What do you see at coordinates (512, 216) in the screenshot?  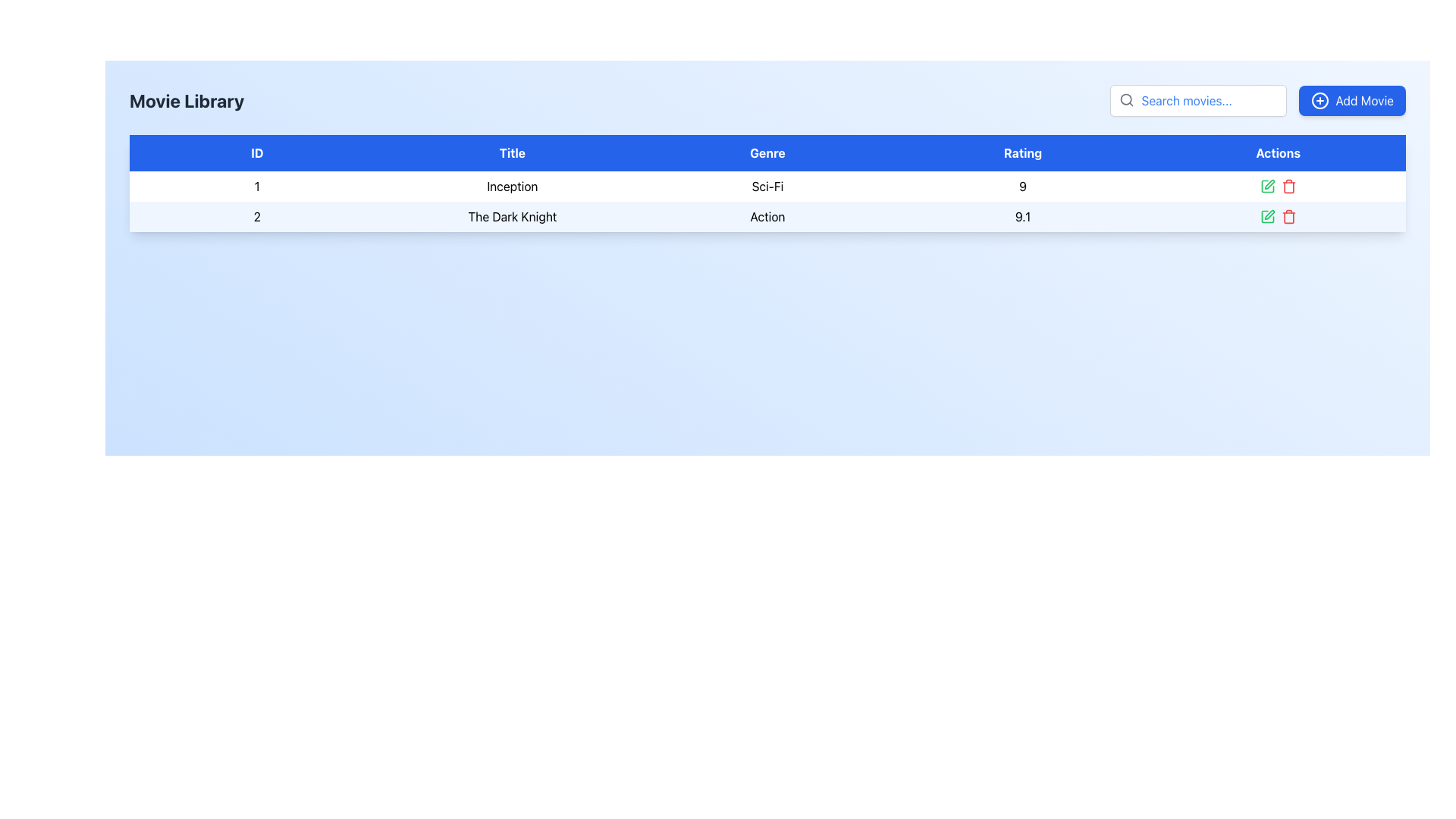 I see `the text label displaying 'The Dark Knight' located in the second row of the table under the 'Title' column` at bounding box center [512, 216].